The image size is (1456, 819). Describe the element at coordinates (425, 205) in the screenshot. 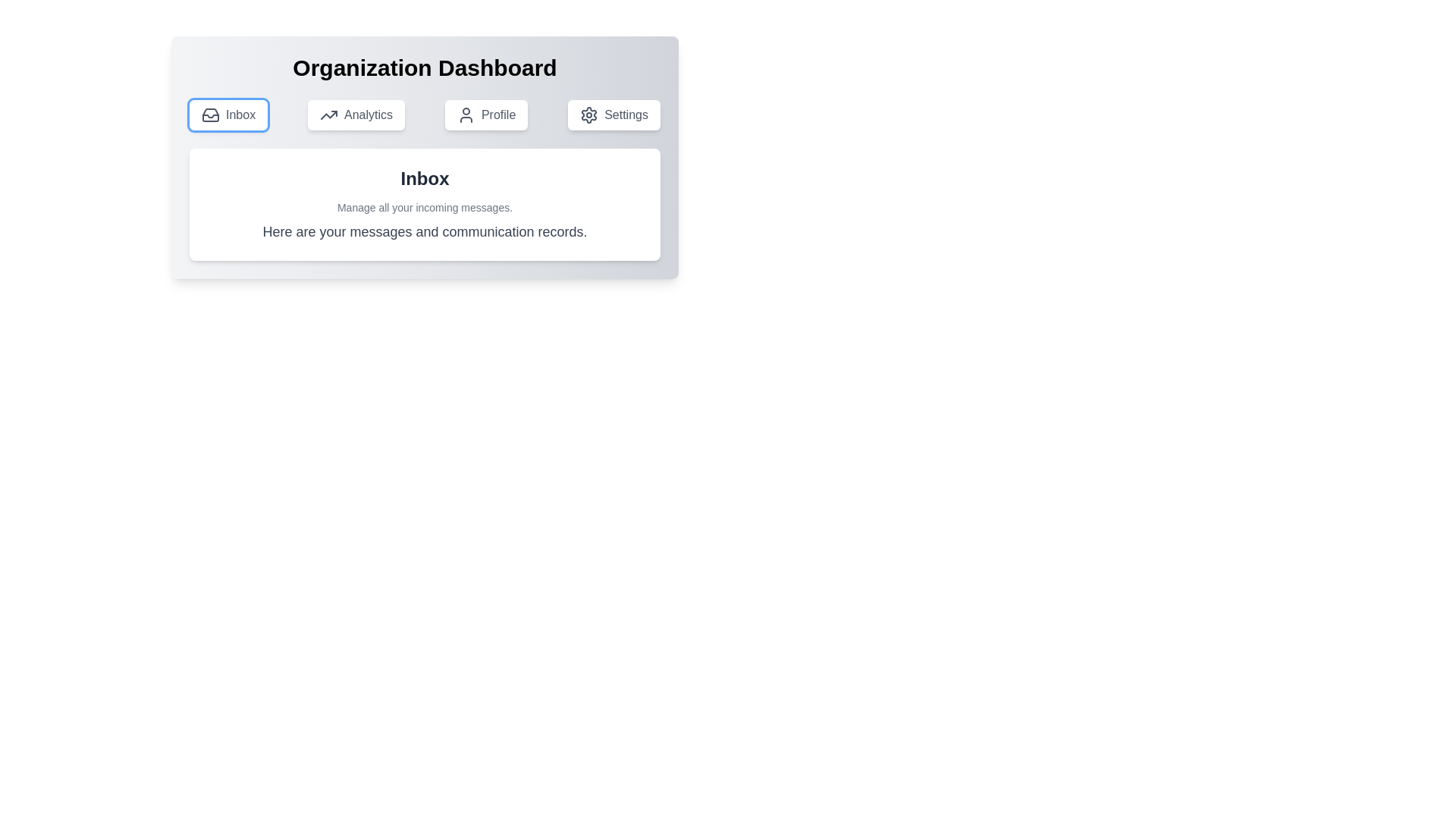

I see `description from the informational panel located below the navigation buttons, which provides an overview of the 'Inbox' section` at that location.